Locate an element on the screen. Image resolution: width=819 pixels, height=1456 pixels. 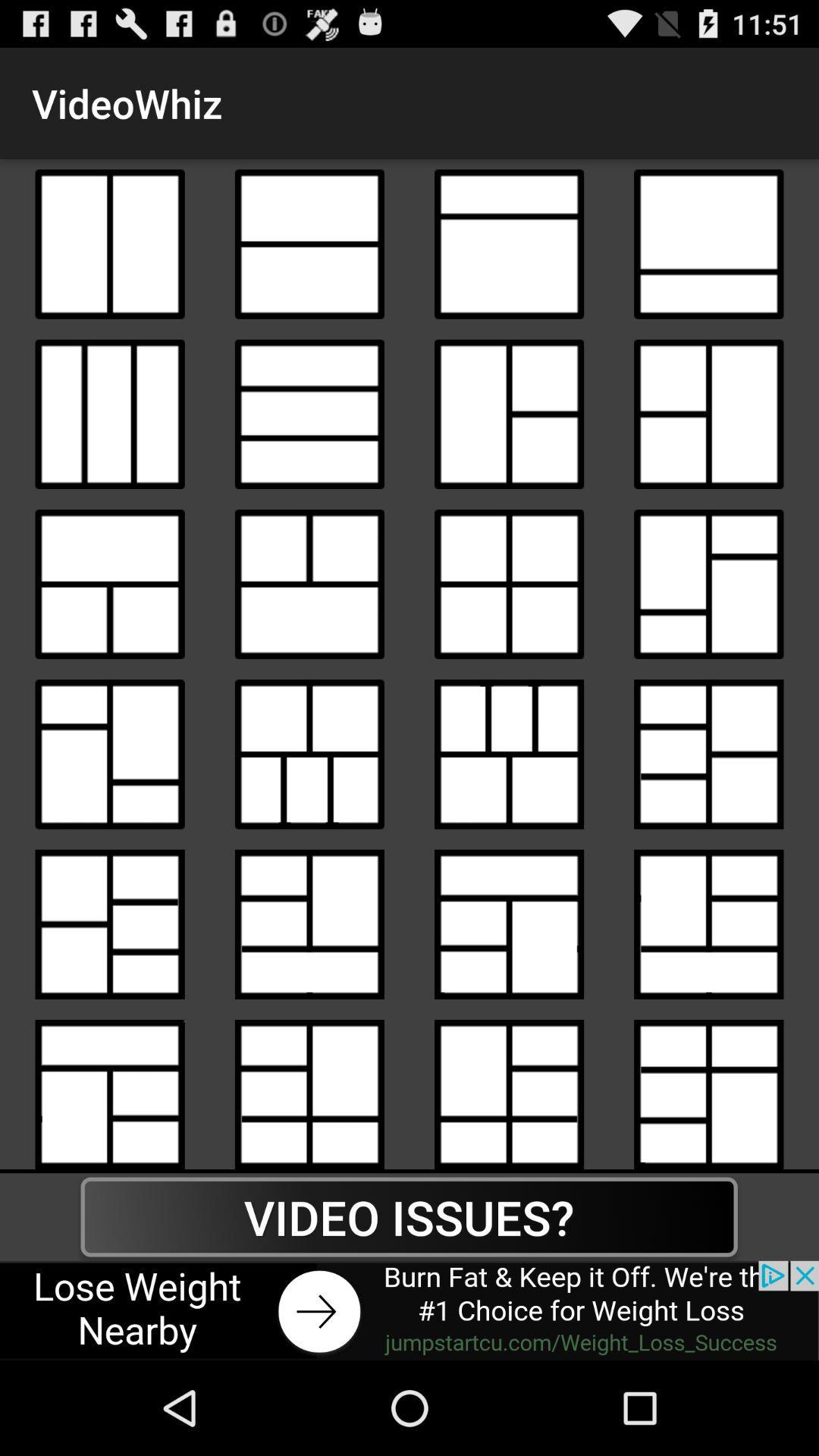
grid model is located at coordinates (708, 244).